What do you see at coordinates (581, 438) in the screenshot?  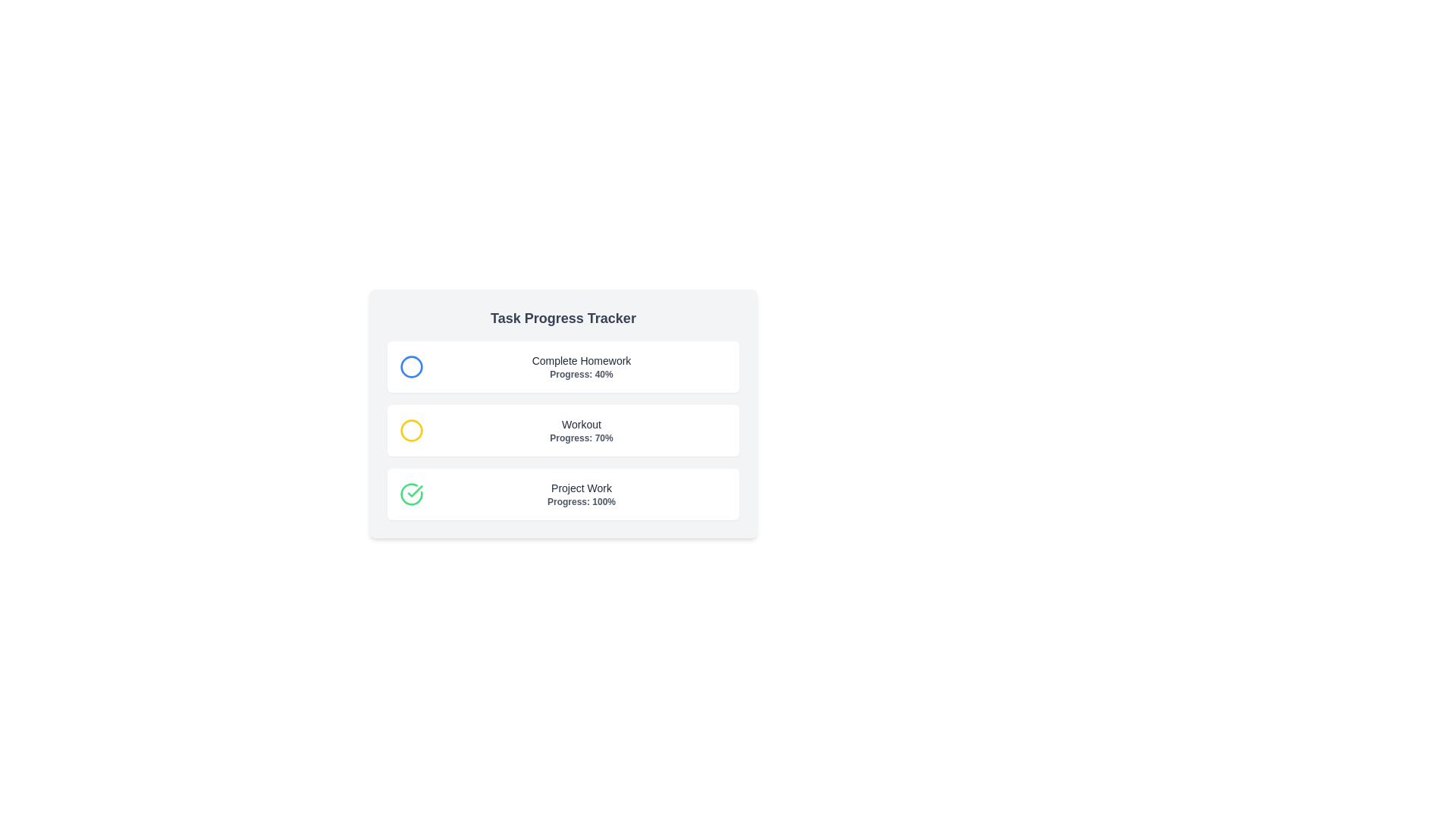 I see `the progress percentage text label that informs the user about the status of the 'Workout' task, positioned below the 'Workout' text in a card layout` at bounding box center [581, 438].